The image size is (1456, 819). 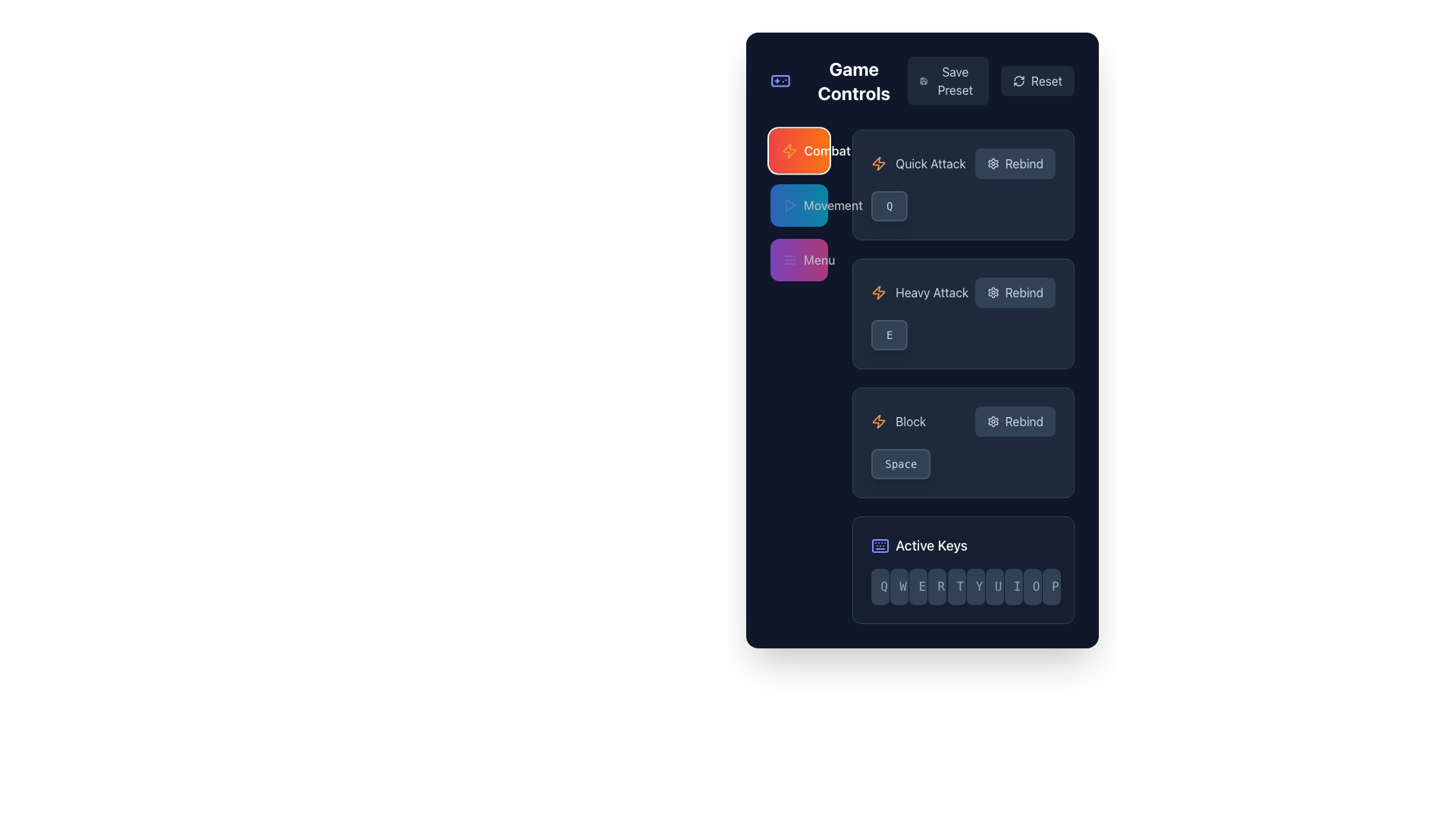 I want to click on the 'Combat' label, so click(x=827, y=151).